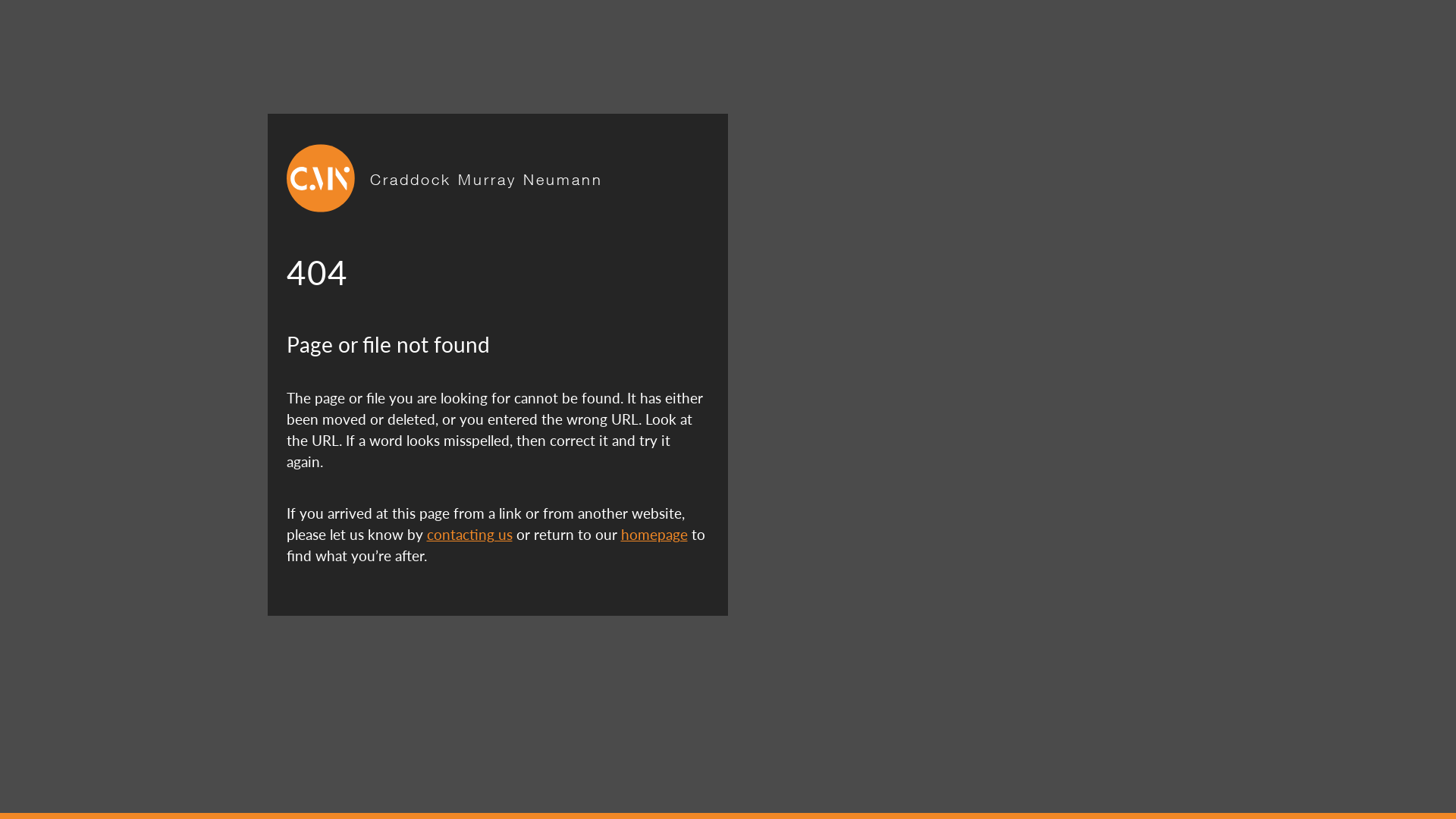 The width and height of the screenshot is (1456, 819). What do you see at coordinates (486, 177) in the screenshot?
I see `'Craddock Murray Neumann'` at bounding box center [486, 177].